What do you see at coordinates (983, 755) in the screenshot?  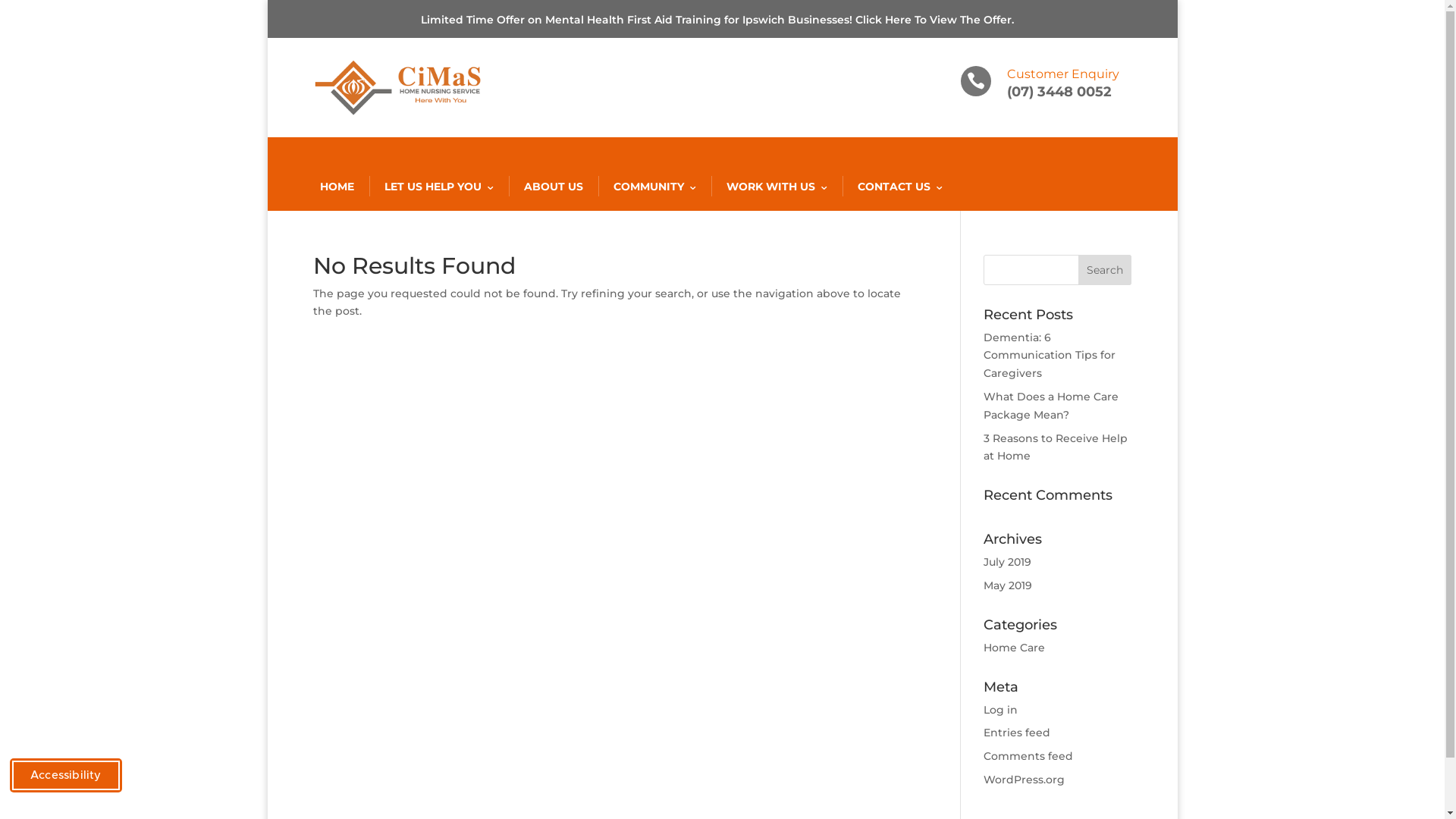 I see `'Comments feed'` at bounding box center [983, 755].